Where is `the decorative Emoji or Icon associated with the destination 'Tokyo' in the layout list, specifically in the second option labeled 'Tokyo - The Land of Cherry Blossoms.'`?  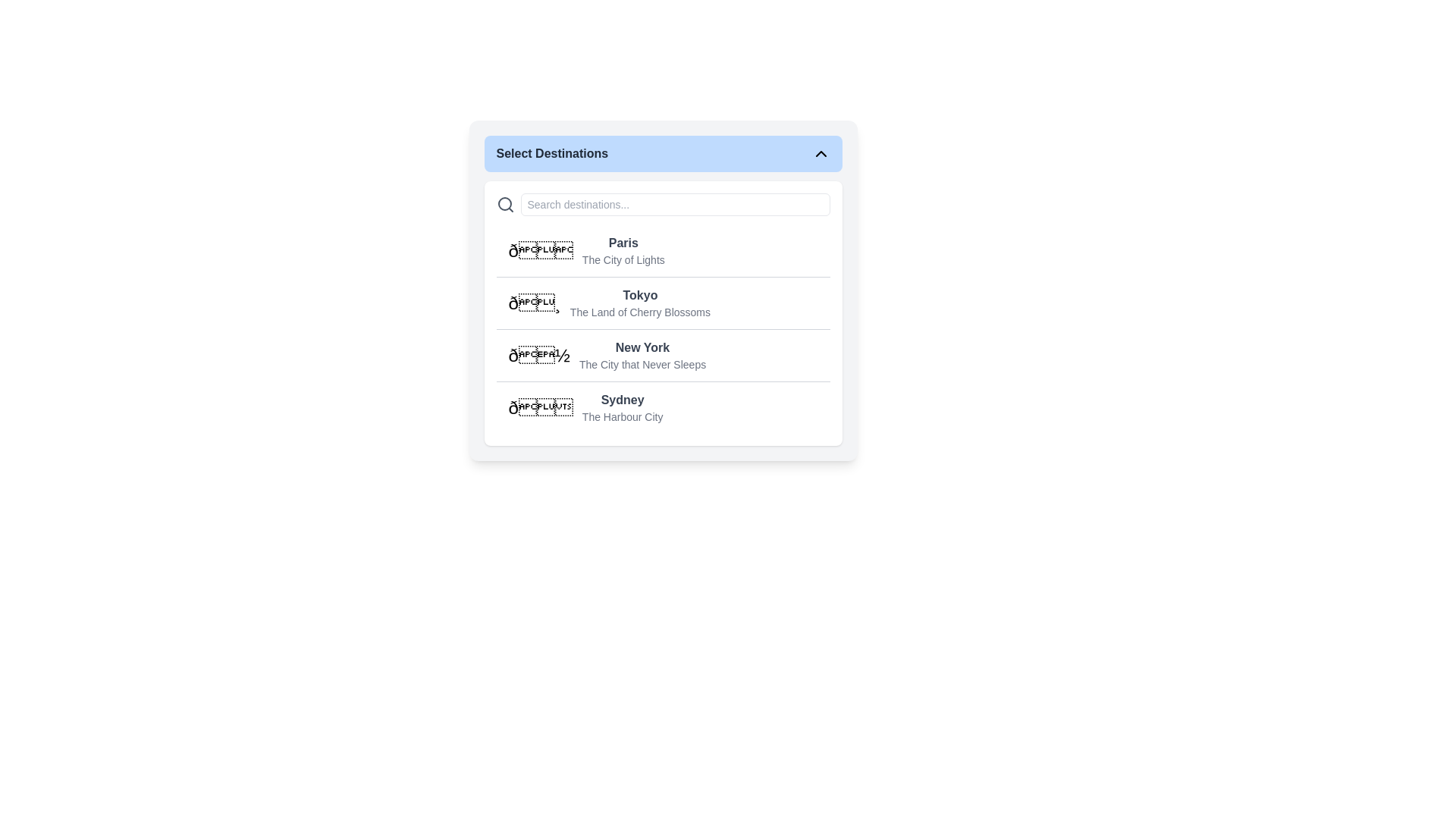
the decorative Emoji or Icon associated with the destination 'Tokyo' in the layout list, specifically in the second option labeled 'Tokyo - The Land of Cherry Blossoms.' is located at coordinates (535, 303).